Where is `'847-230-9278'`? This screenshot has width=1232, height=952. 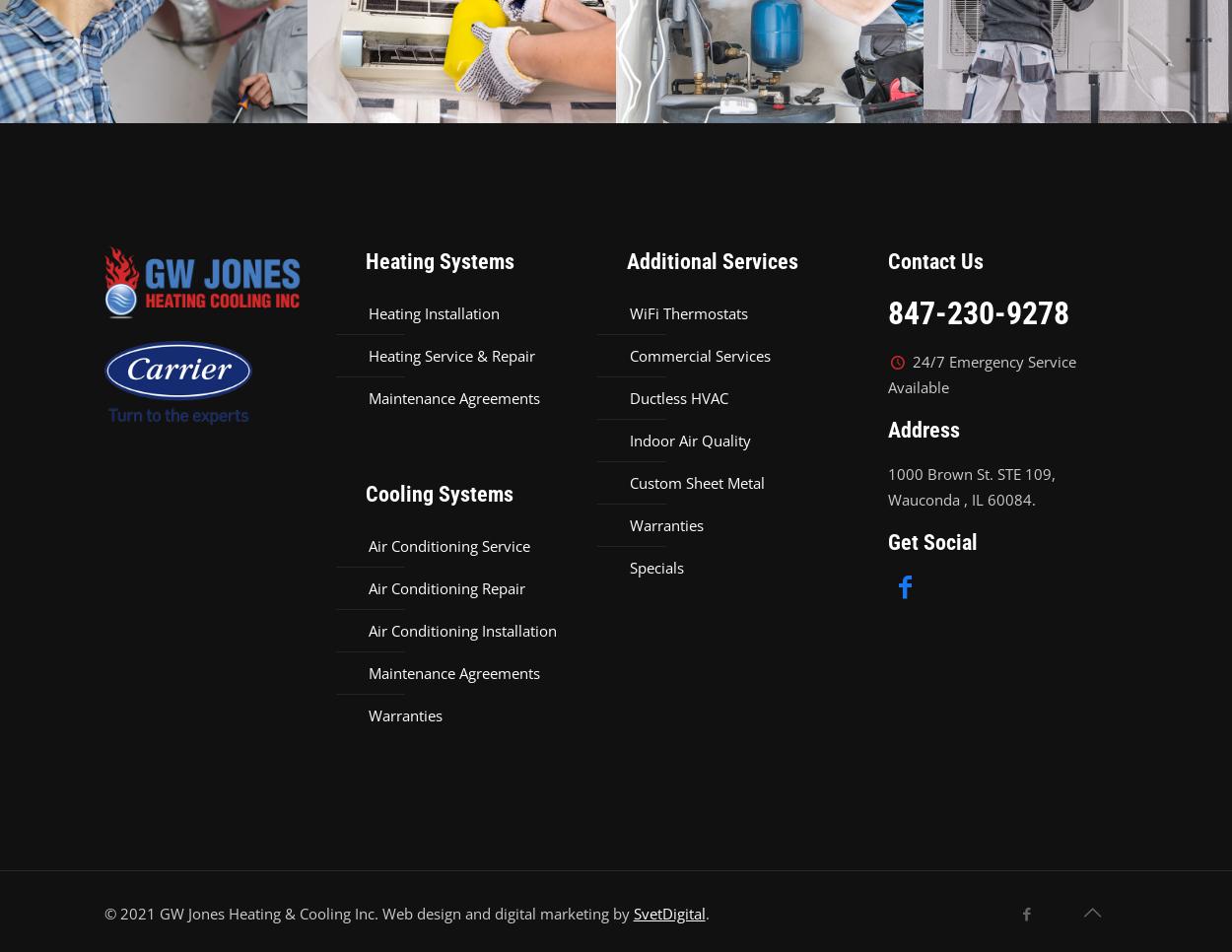 '847-230-9278' is located at coordinates (977, 313).